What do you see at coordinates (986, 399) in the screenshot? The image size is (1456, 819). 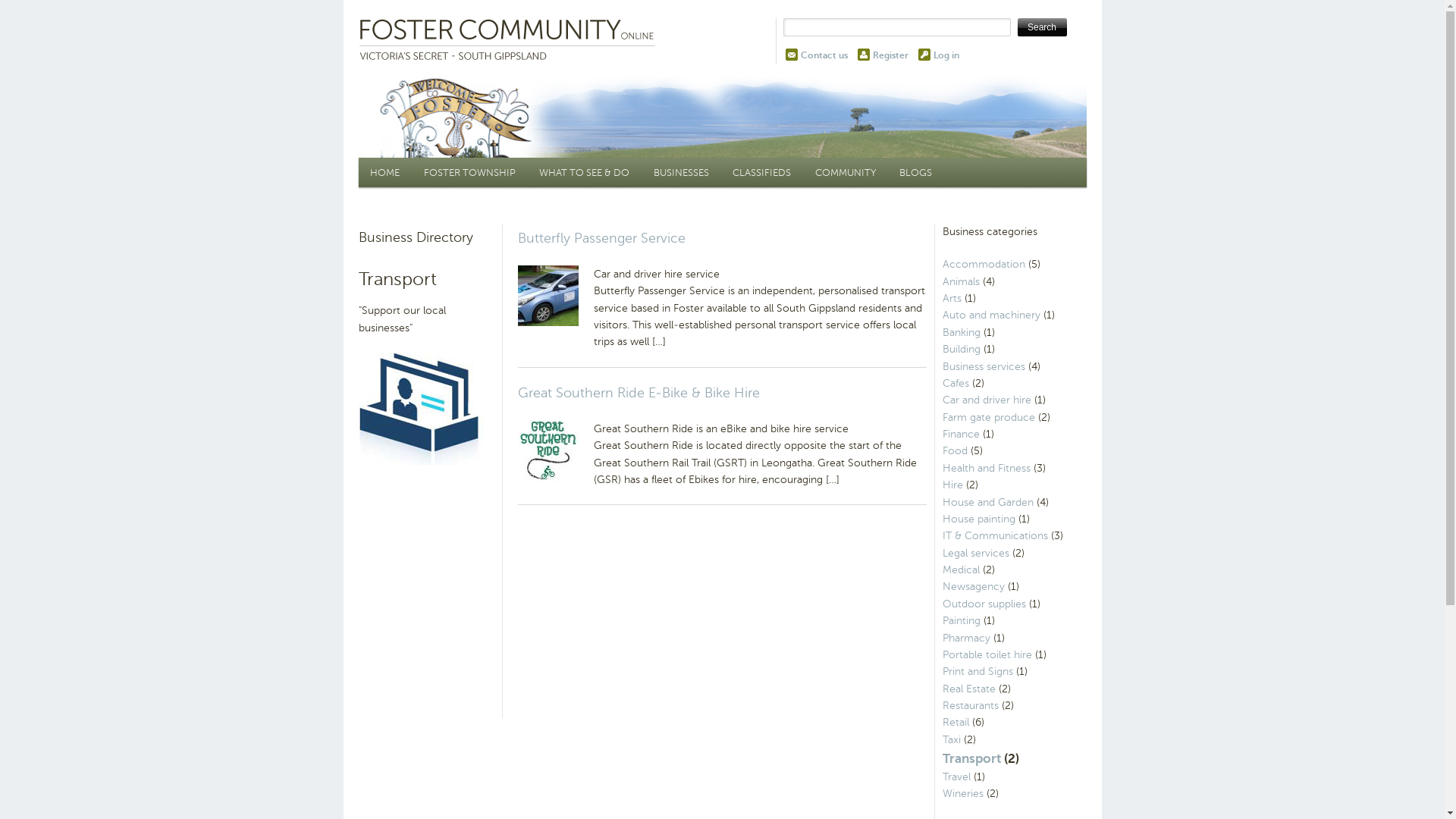 I see `'Car and driver hire'` at bounding box center [986, 399].